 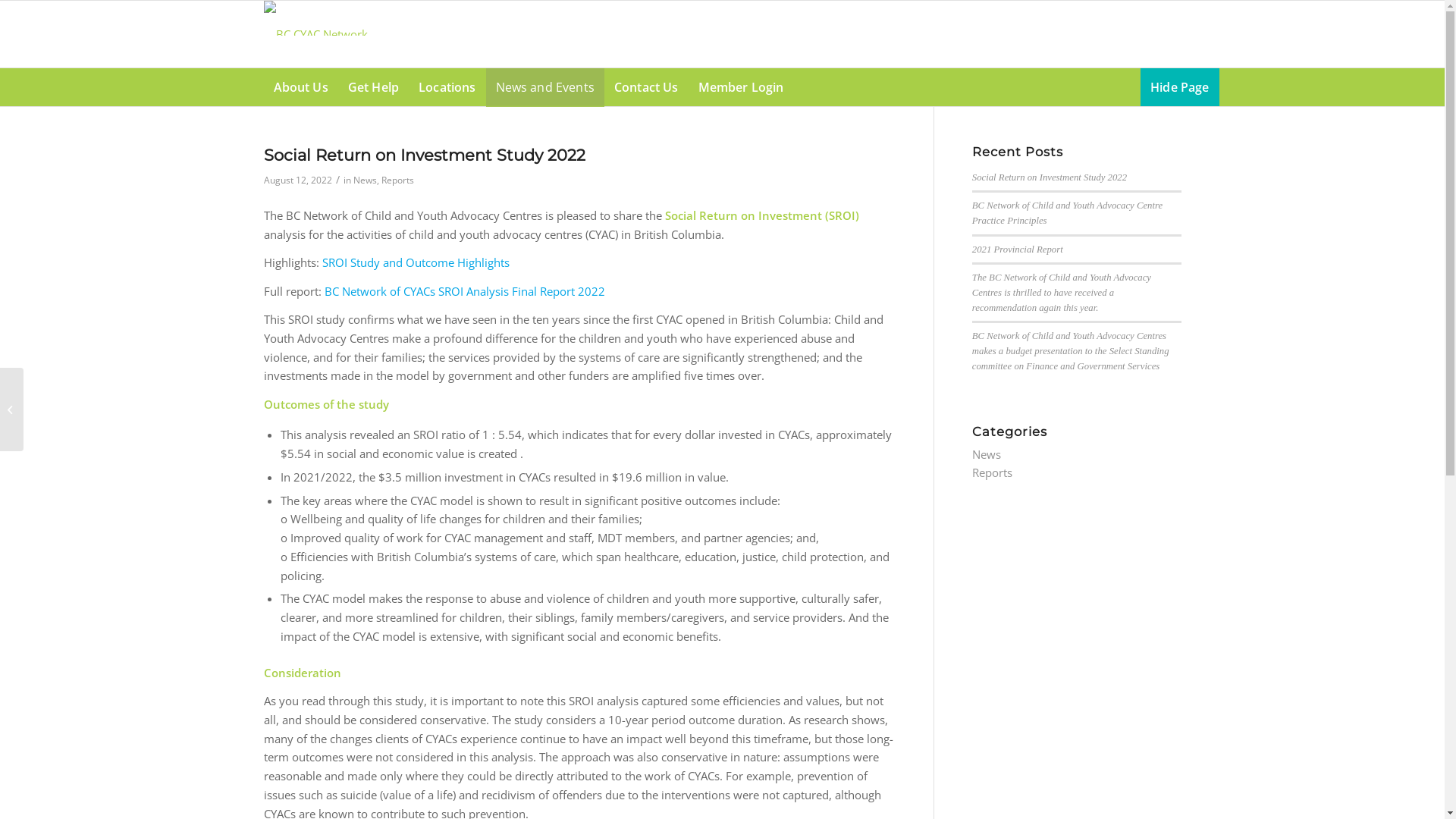 I want to click on 'Get Help', so click(x=373, y=87).